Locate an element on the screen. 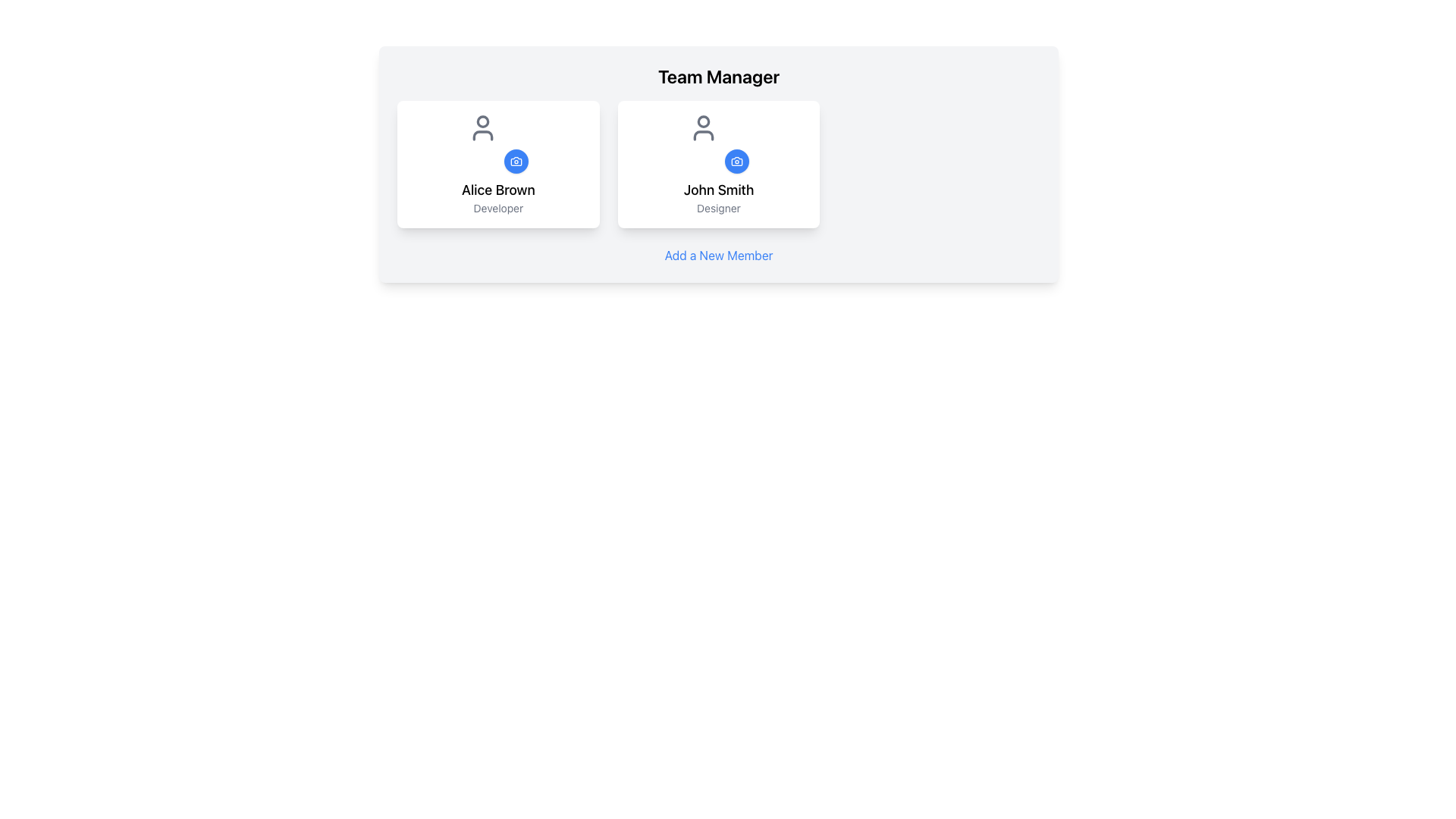  the text element that represents the name of an individual on the left card of the top row in the grid interface is located at coordinates (498, 189).